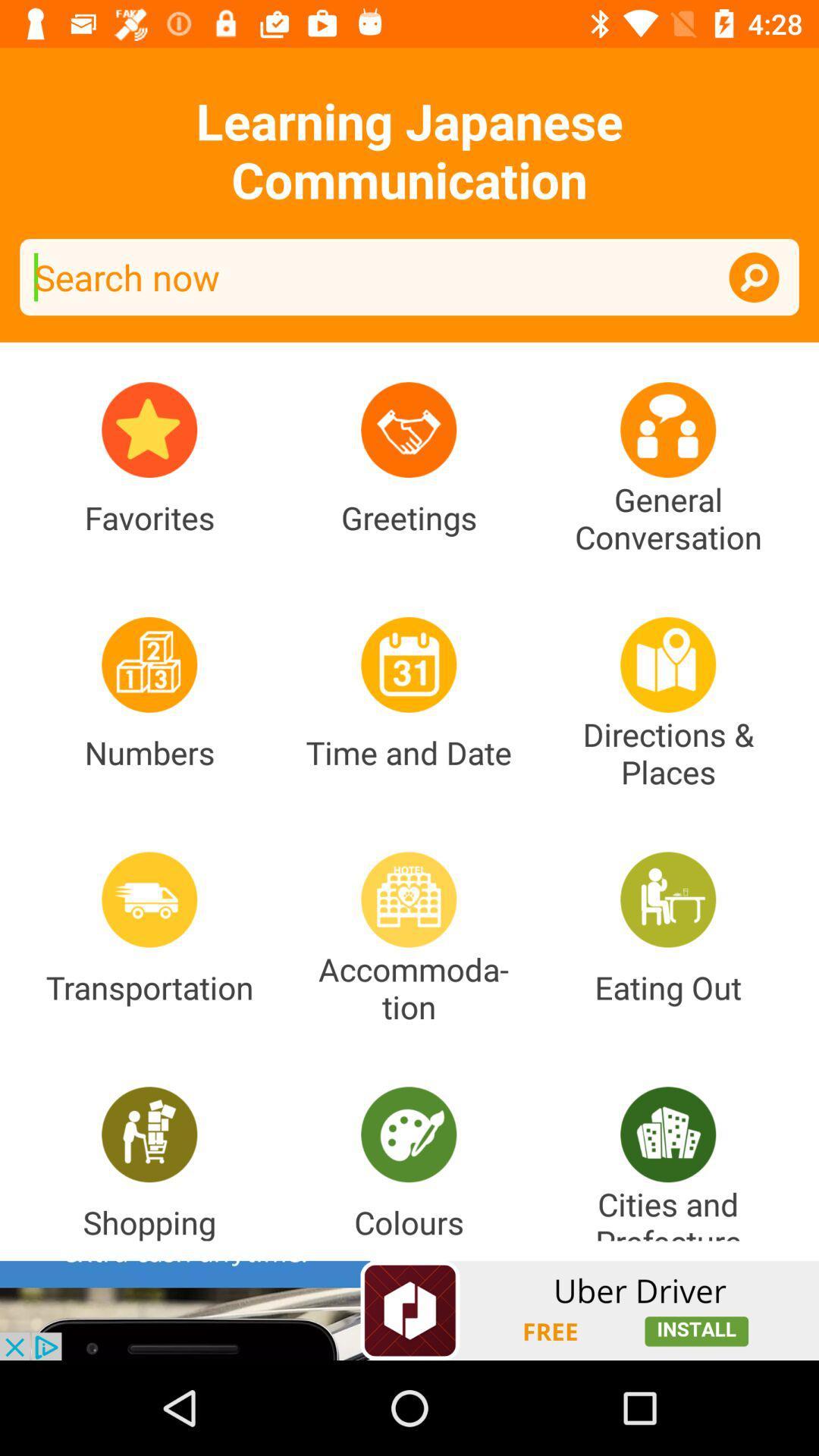 The width and height of the screenshot is (819, 1456). Describe the element at coordinates (754, 277) in the screenshot. I see `the search icon` at that location.